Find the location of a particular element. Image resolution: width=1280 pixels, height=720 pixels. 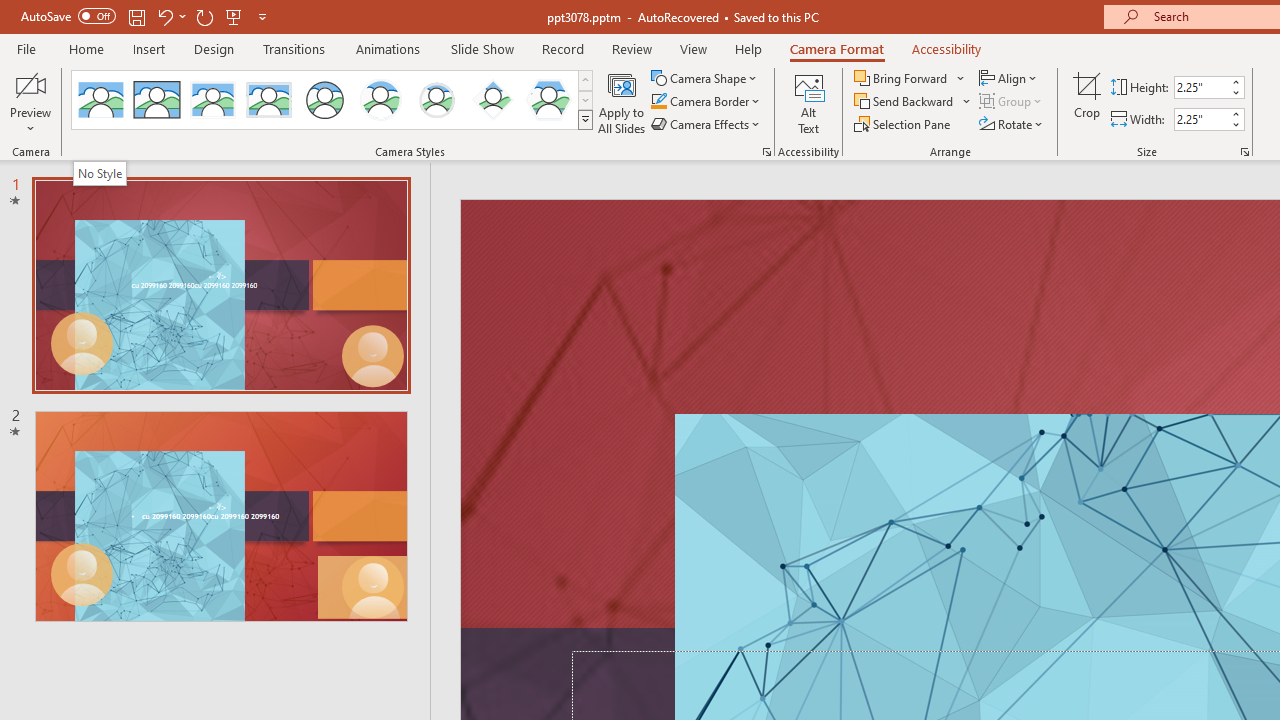

'More' is located at coordinates (1234, 113).